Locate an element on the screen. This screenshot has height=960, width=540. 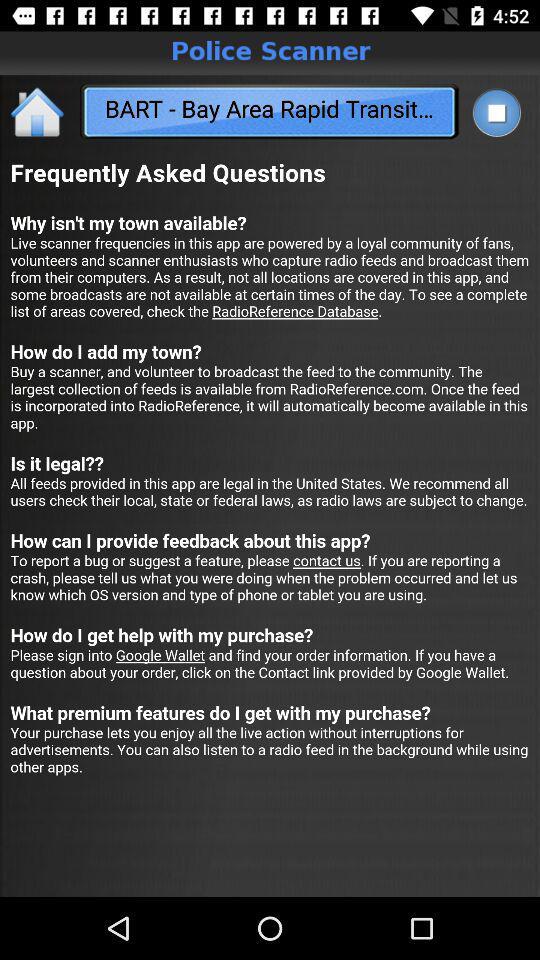
the home icon is located at coordinates (38, 111).